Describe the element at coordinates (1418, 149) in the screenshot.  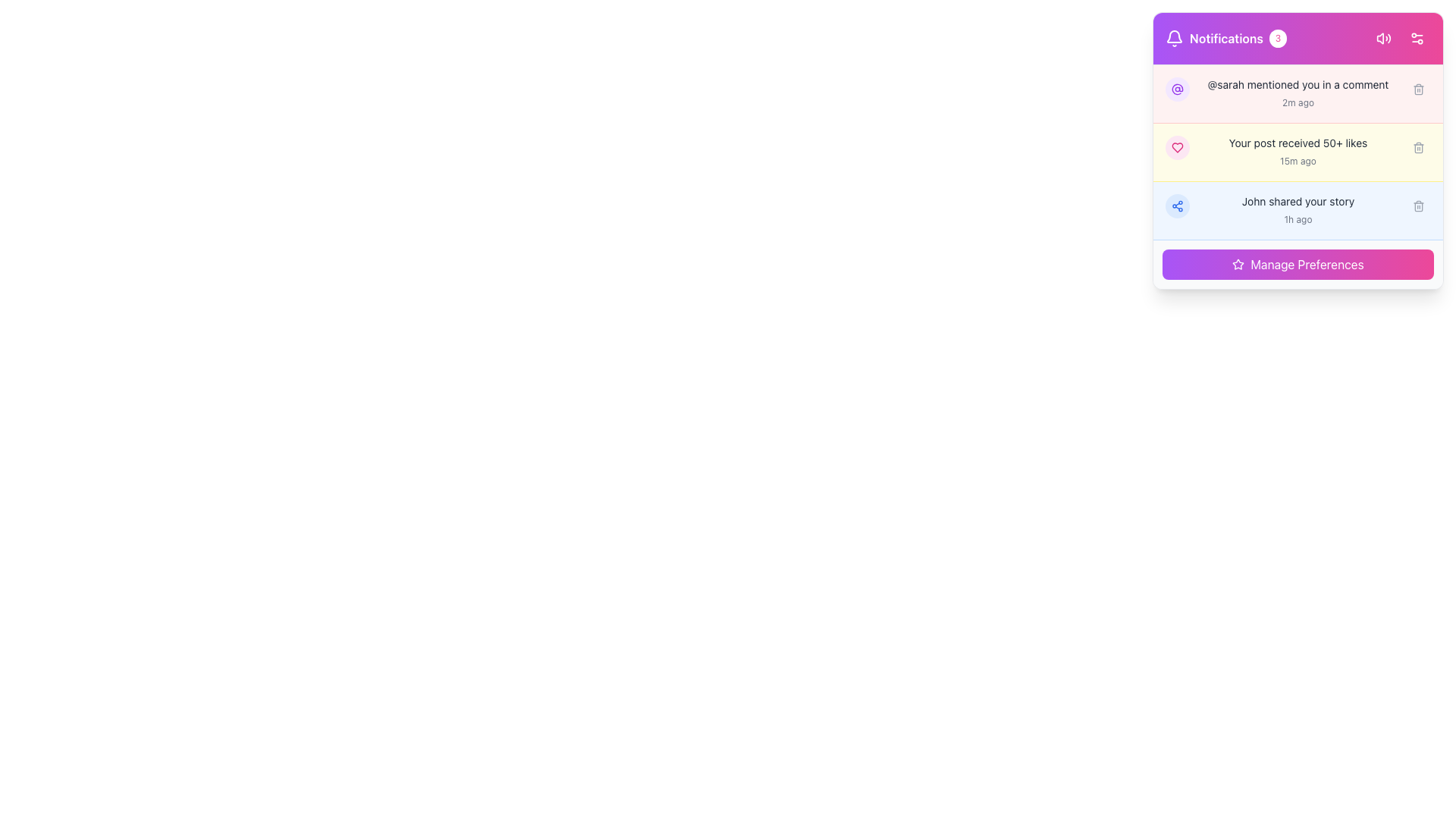
I see `the trash bin icon located in the top-right corner of the notification card with a yellow background that states 'Your post received 50+ likes'` at that location.